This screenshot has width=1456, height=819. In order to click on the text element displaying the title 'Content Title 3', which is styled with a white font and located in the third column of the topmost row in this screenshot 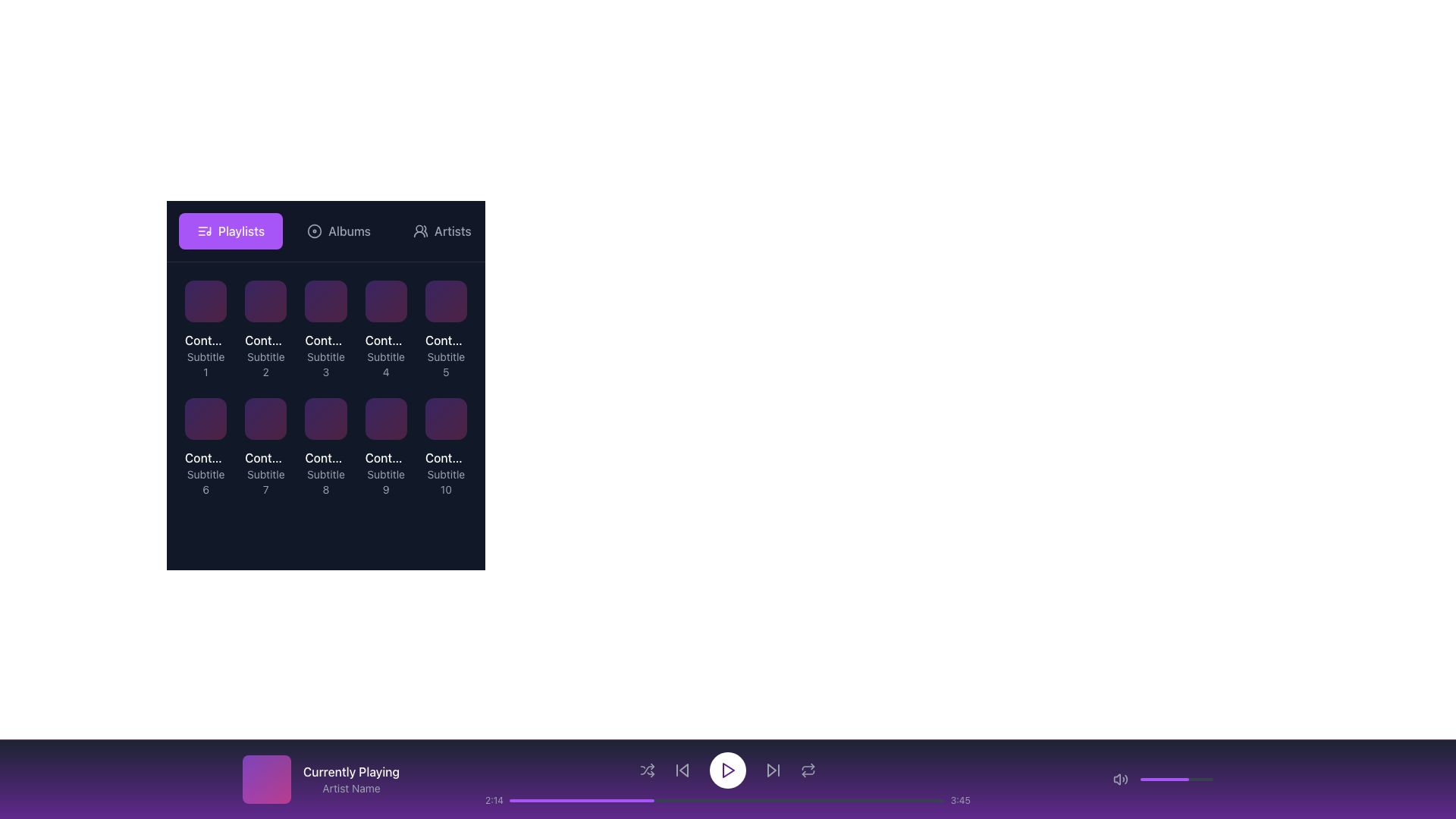, I will do `click(325, 340)`.